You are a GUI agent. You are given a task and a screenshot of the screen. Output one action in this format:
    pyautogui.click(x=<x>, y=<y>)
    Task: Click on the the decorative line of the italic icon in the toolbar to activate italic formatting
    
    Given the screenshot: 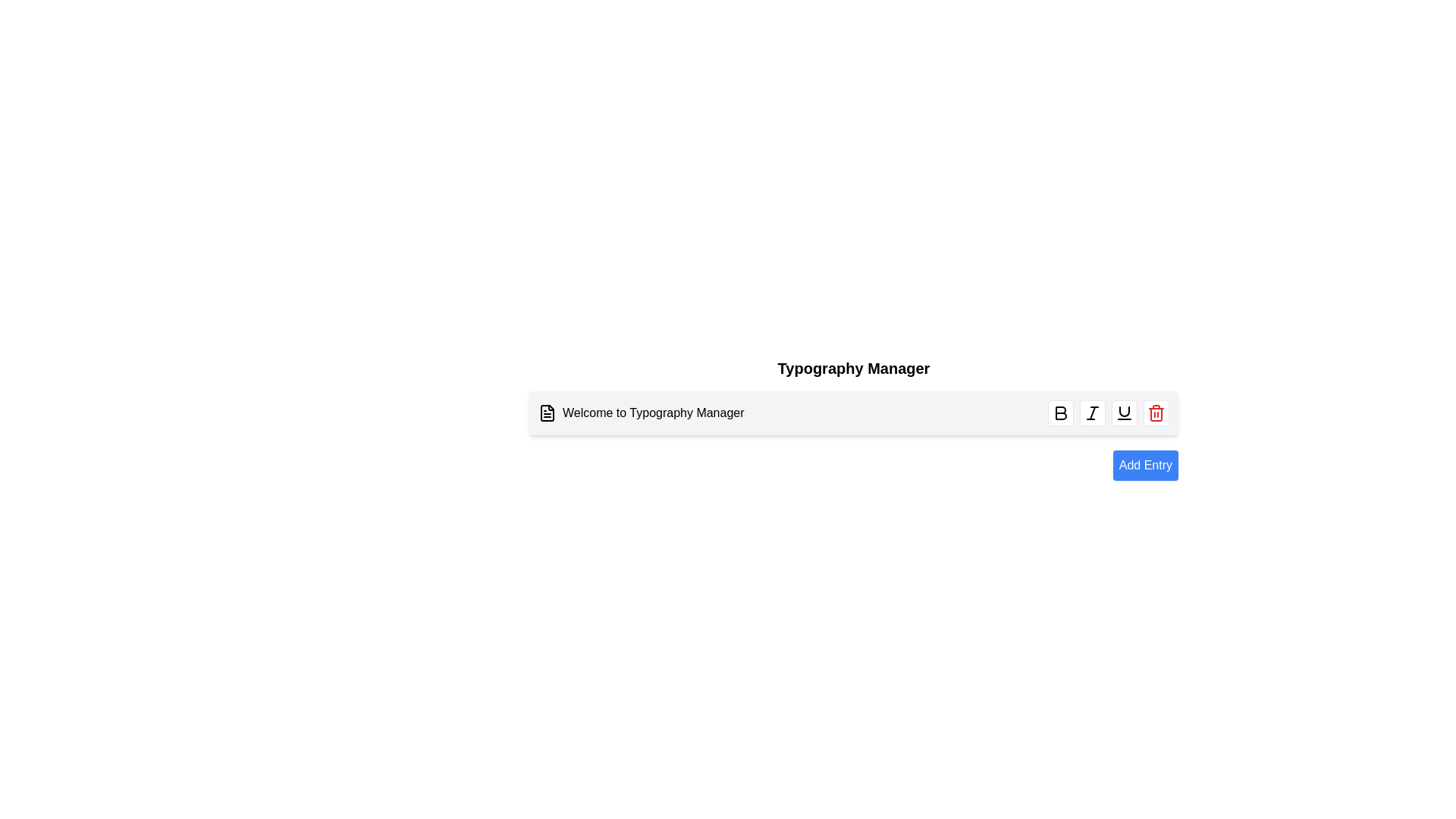 What is the action you would take?
    pyautogui.click(x=1092, y=413)
    